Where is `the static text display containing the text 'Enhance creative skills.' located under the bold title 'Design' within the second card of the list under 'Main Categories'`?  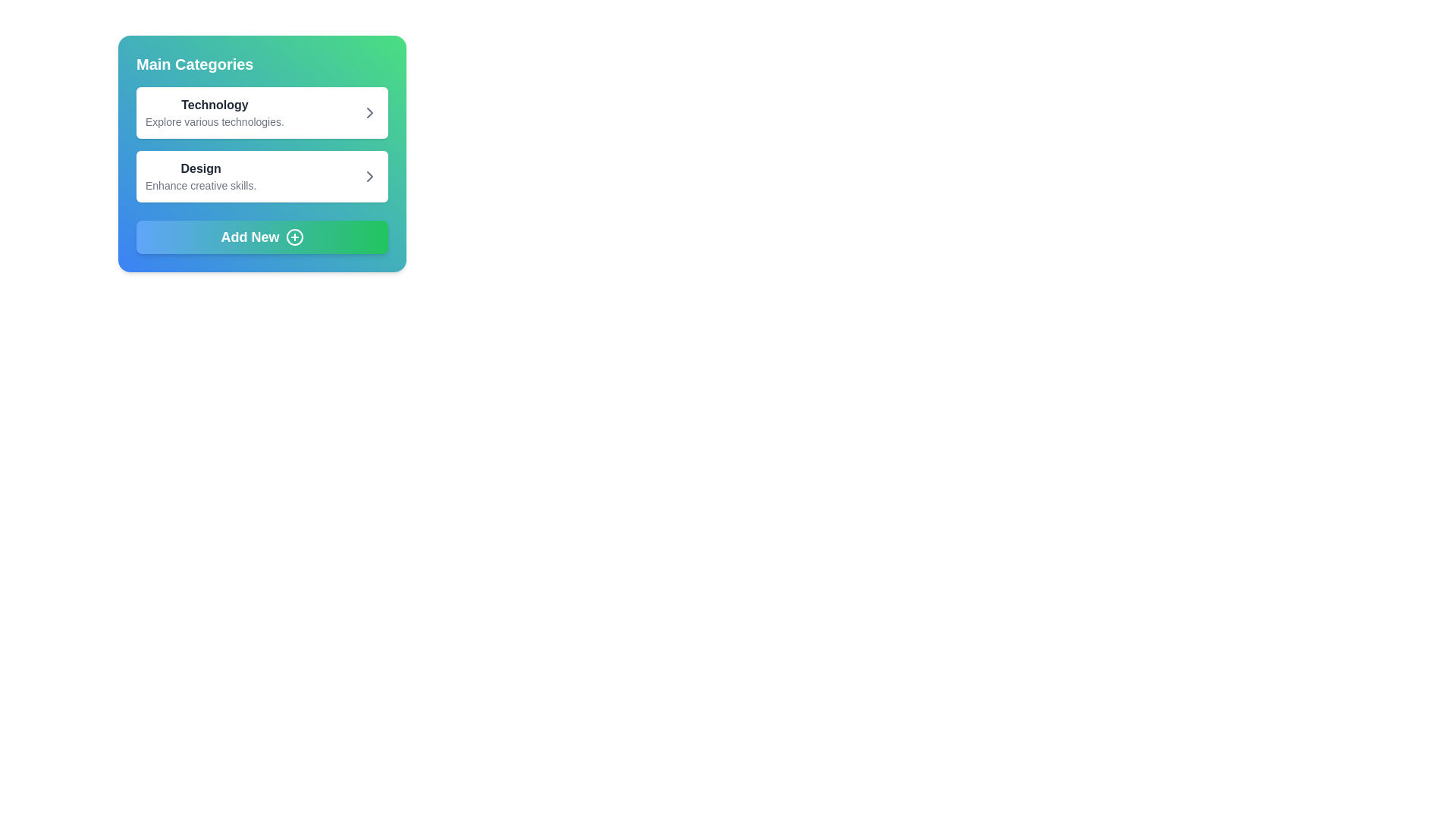 the static text display containing the text 'Enhance creative skills.' located under the bold title 'Design' within the second card of the list under 'Main Categories' is located at coordinates (200, 185).